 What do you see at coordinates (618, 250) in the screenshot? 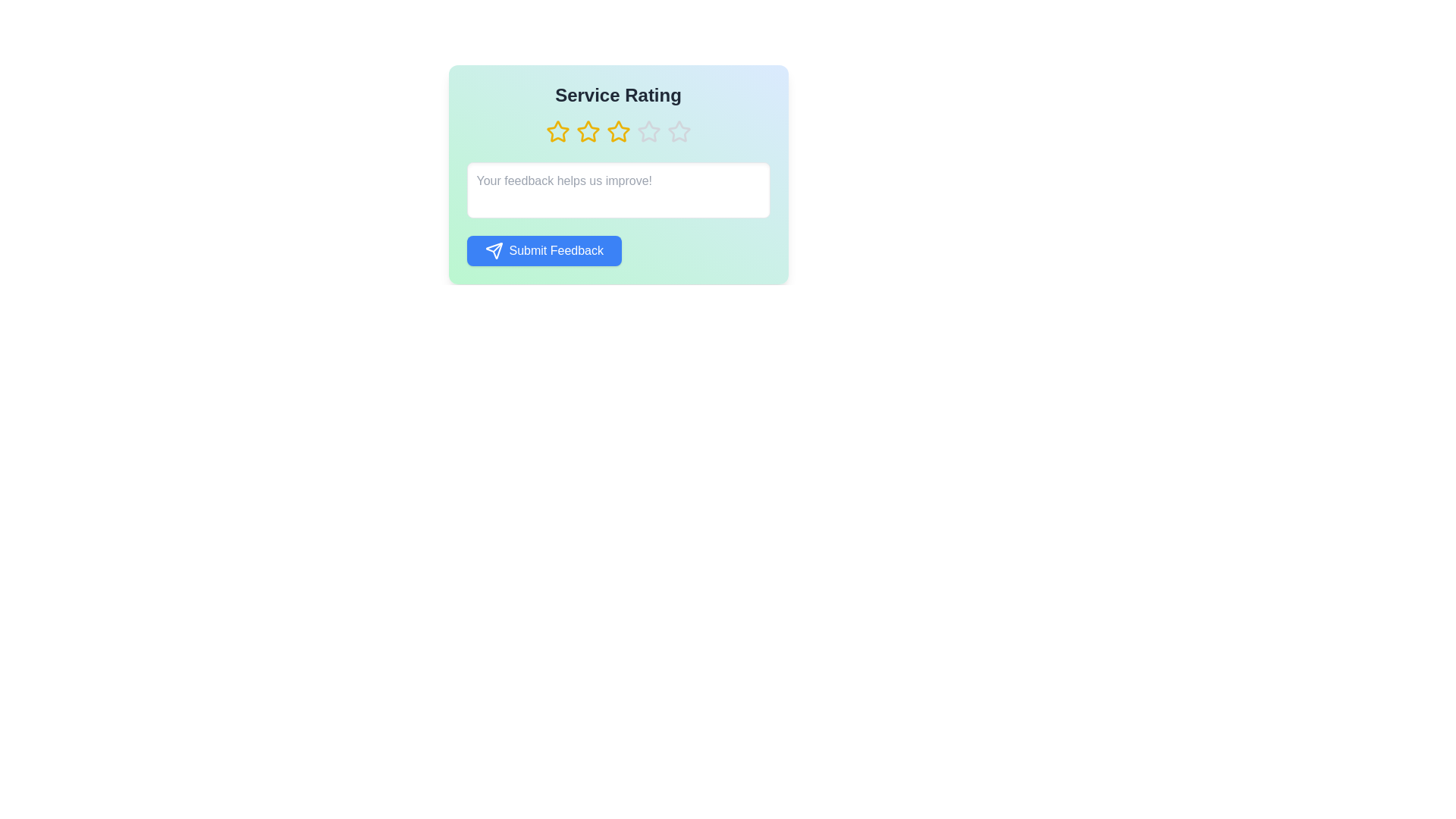
I see `the 'Submit Feedback' button located beneath the feedback input area within the 'Service Rating' box` at bounding box center [618, 250].